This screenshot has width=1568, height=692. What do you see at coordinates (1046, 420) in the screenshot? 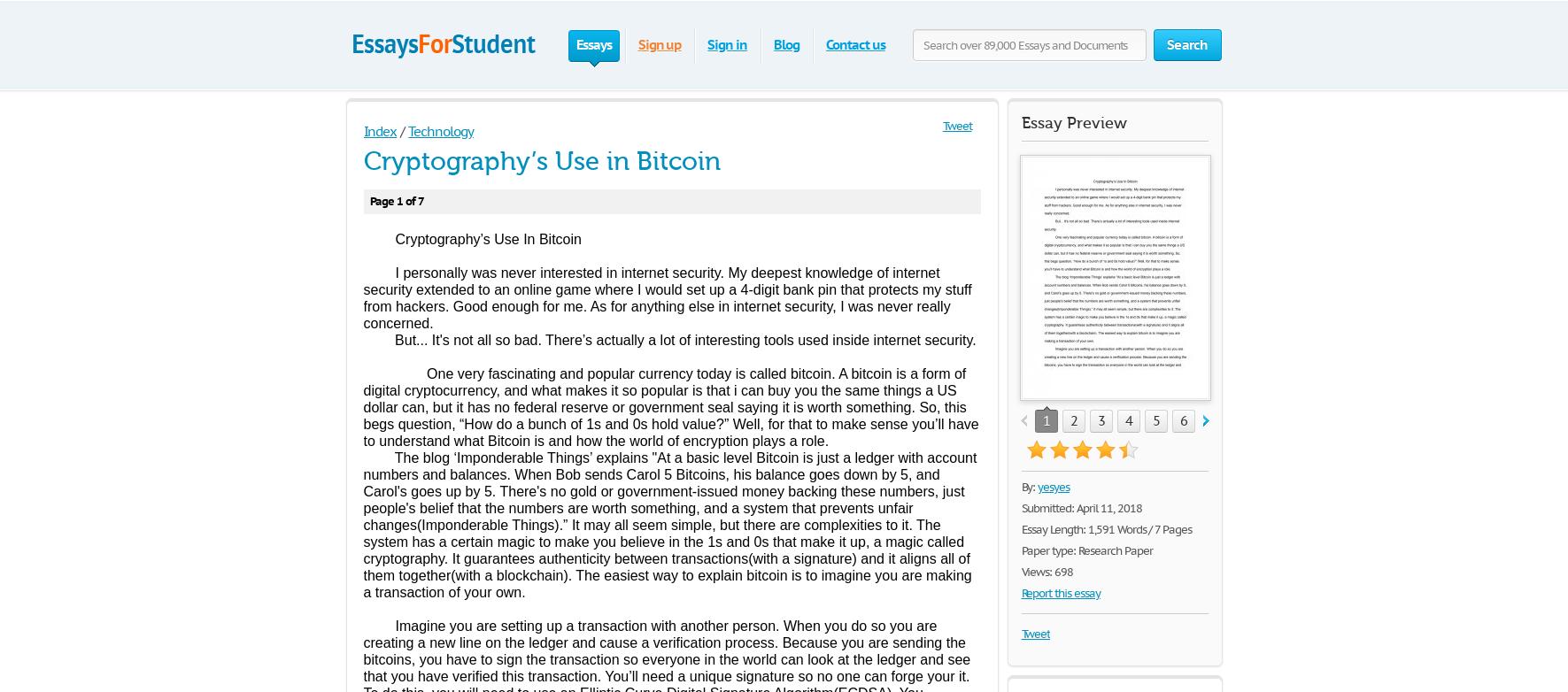
I see `'1'` at bounding box center [1046, 420].